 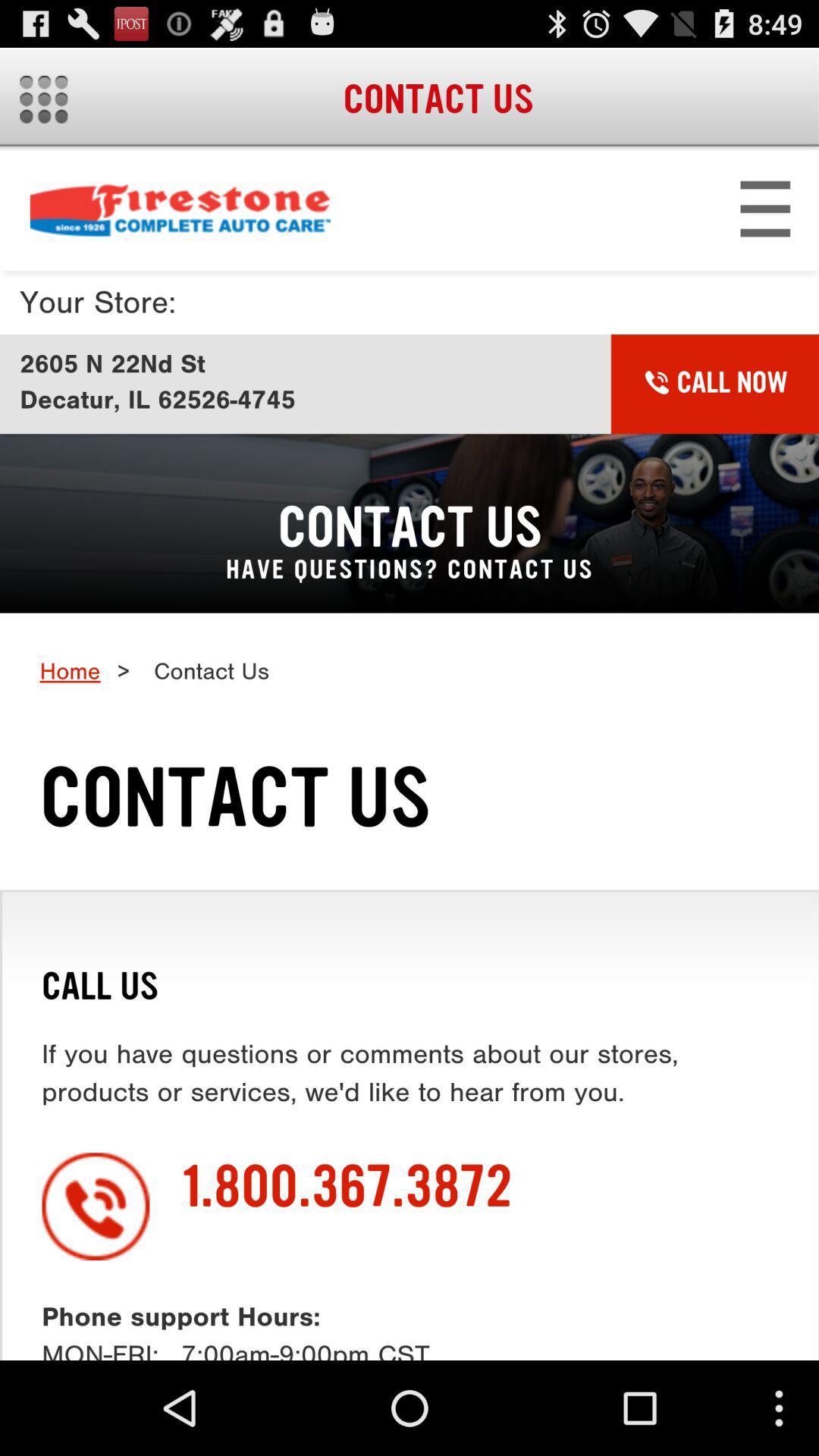 I want to click on main menu, so click(x=42, y=99).